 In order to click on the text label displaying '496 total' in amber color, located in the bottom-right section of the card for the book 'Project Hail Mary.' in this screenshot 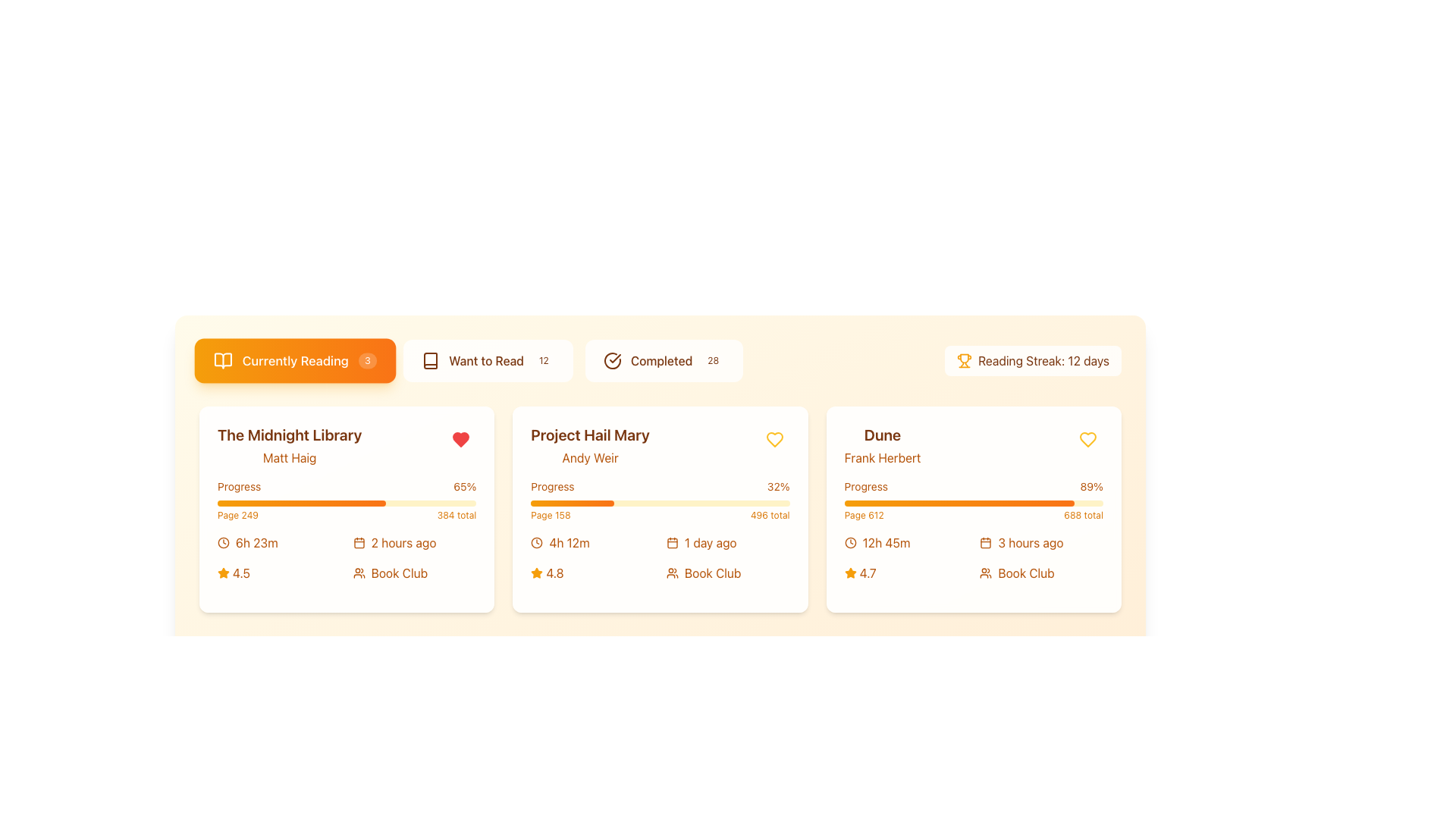, I will do `click(770, 514)`.